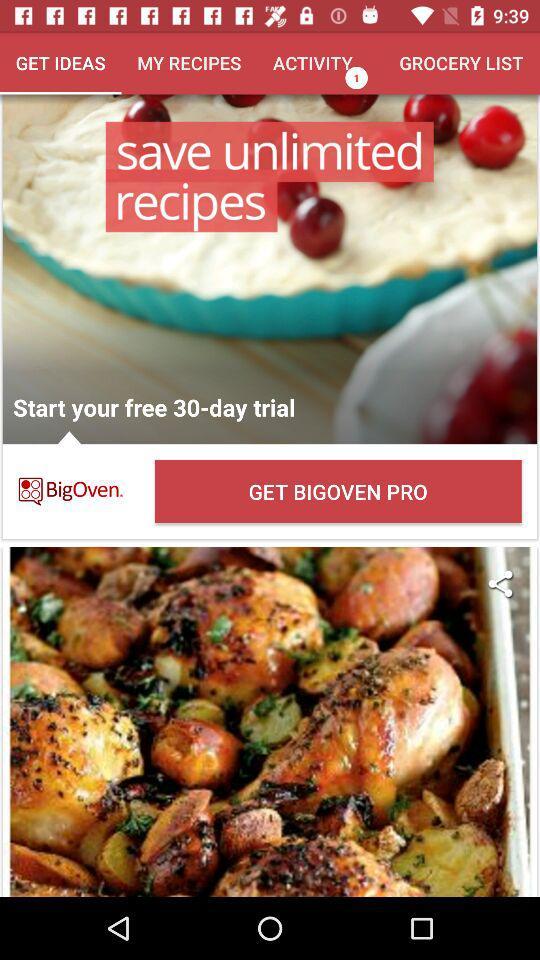 The height and width of the screenshot is (960, 540). Describe the element at coordinates (337, 490) in the screenshot. I see `get bigoven pro item` at that location.